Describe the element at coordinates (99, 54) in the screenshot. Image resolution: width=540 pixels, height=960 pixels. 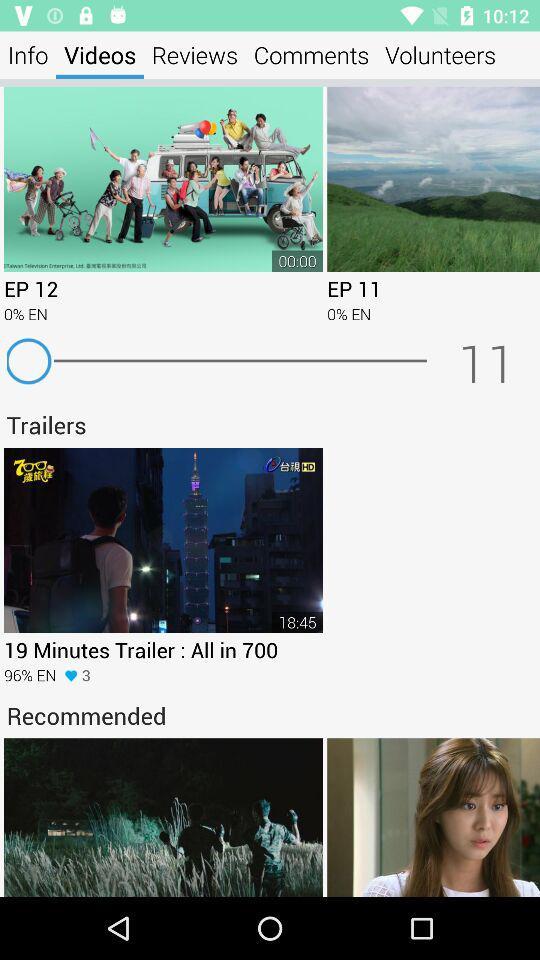
I see `the videos` at that location.